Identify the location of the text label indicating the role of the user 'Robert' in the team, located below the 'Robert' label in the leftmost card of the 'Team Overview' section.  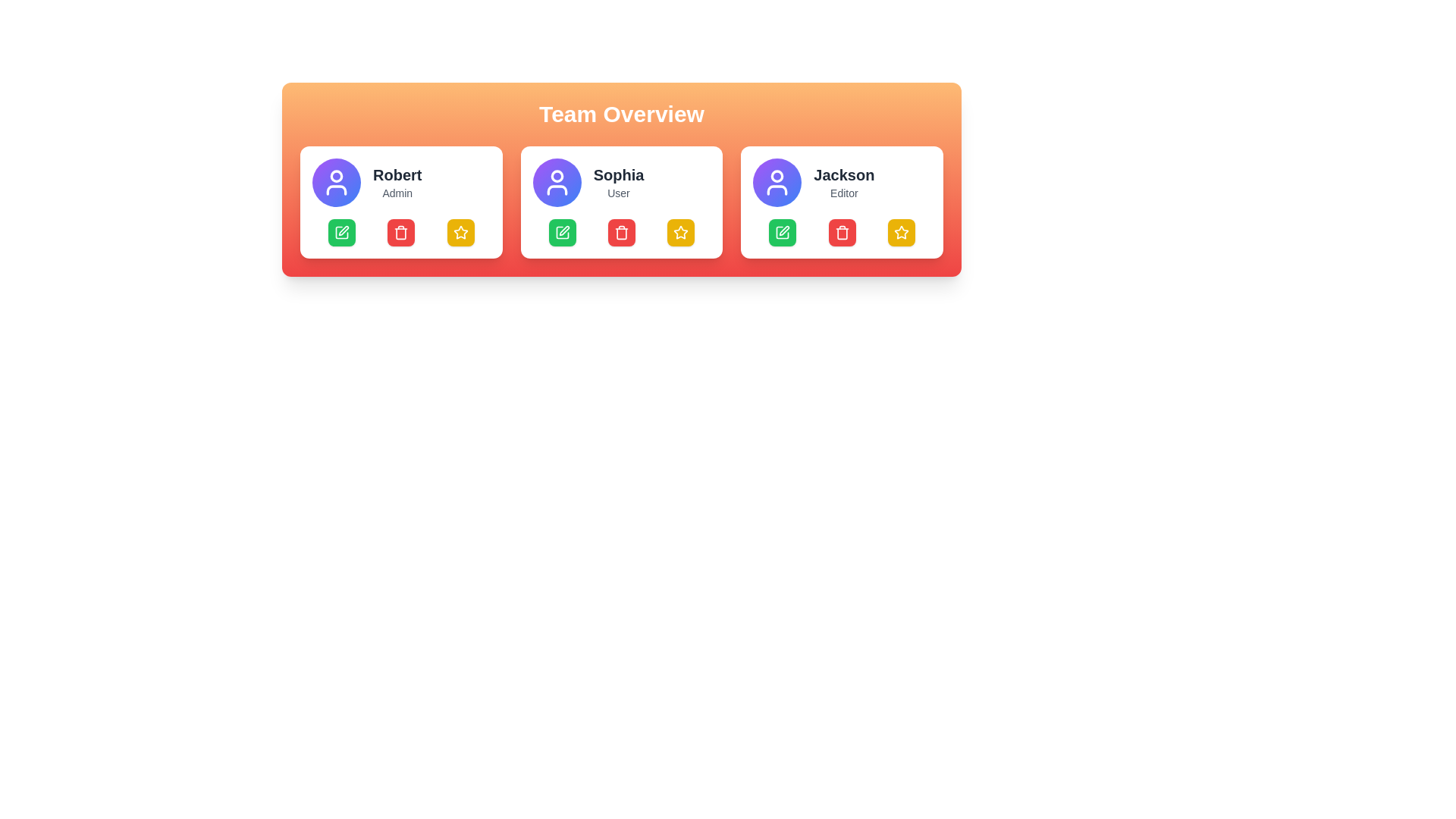
(397, 192).